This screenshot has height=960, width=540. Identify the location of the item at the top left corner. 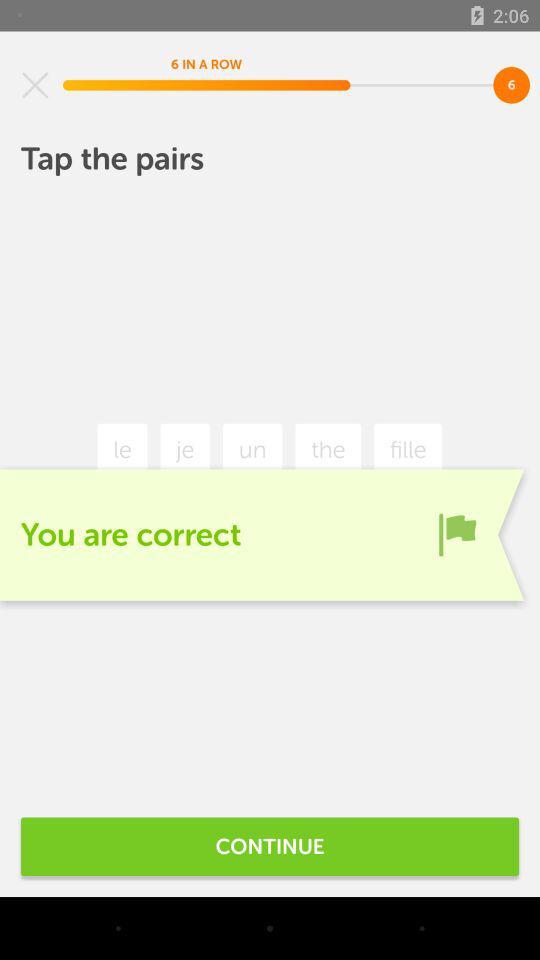
(35, 85).